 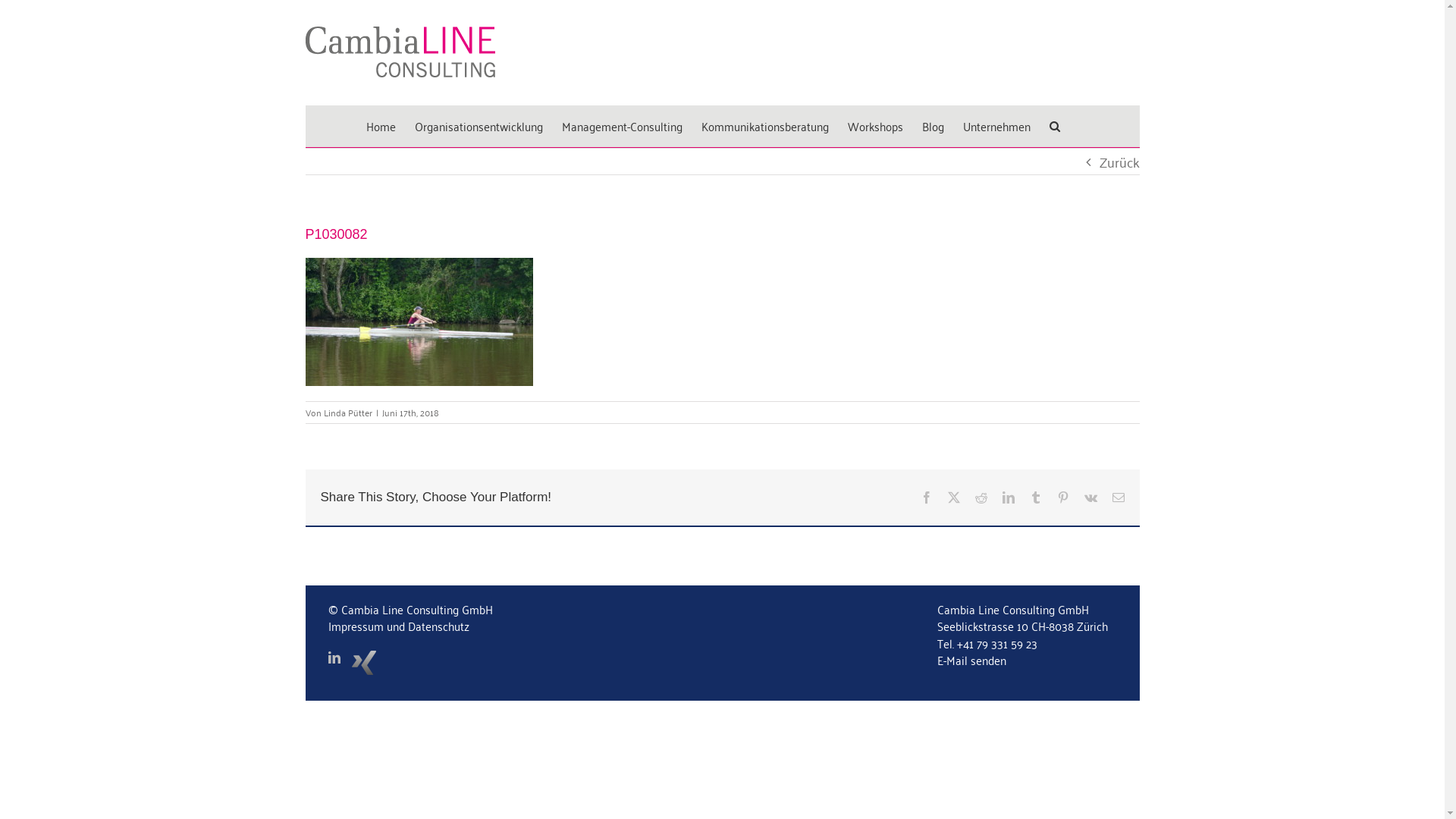 I want to click on 'Blog', so click(x=932, y=125).